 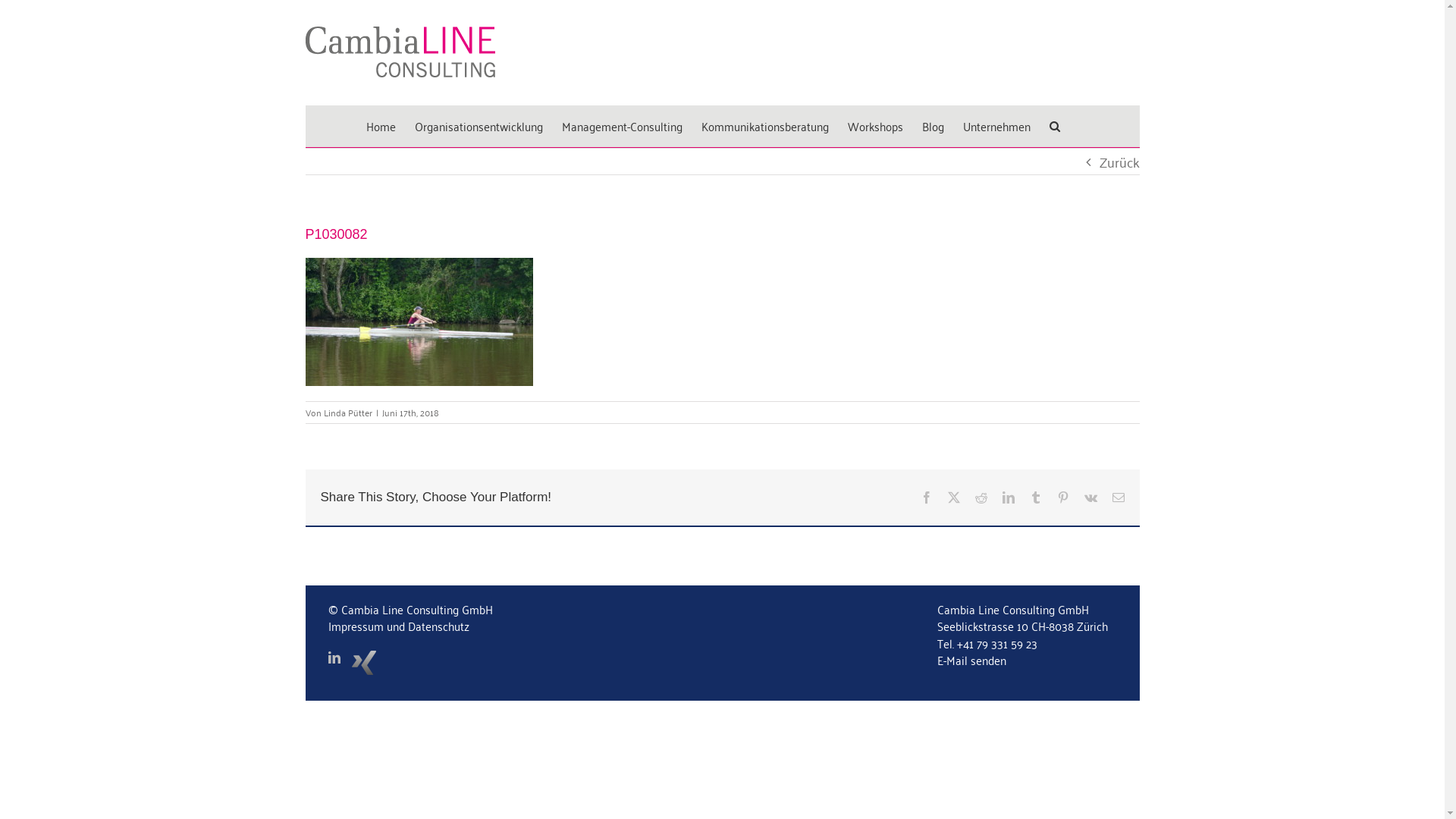 I want to click on 'Blog', so click(x=932, y=125).